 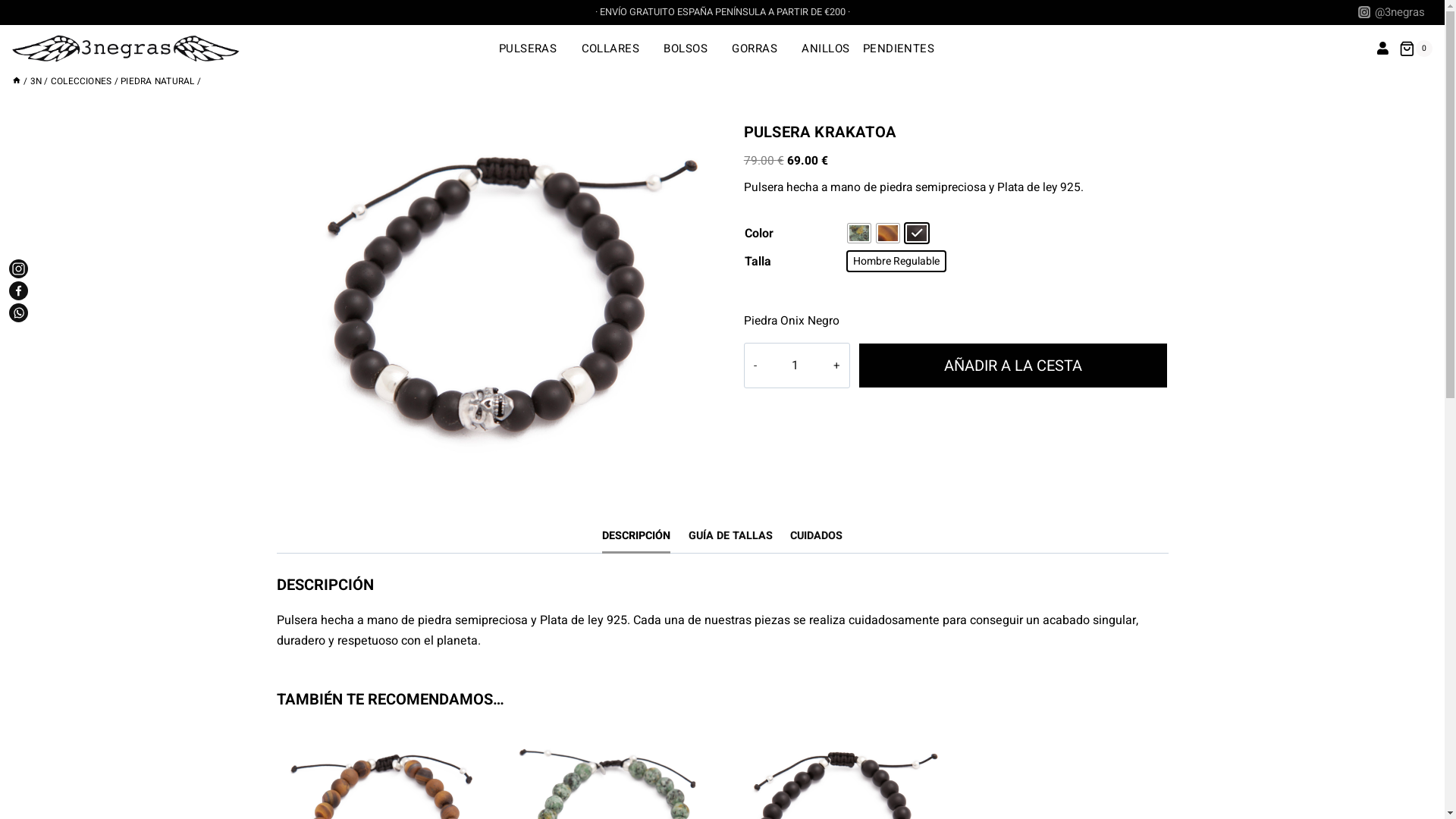 I want to click on 'COLLARES', so click(x=616, y=48).